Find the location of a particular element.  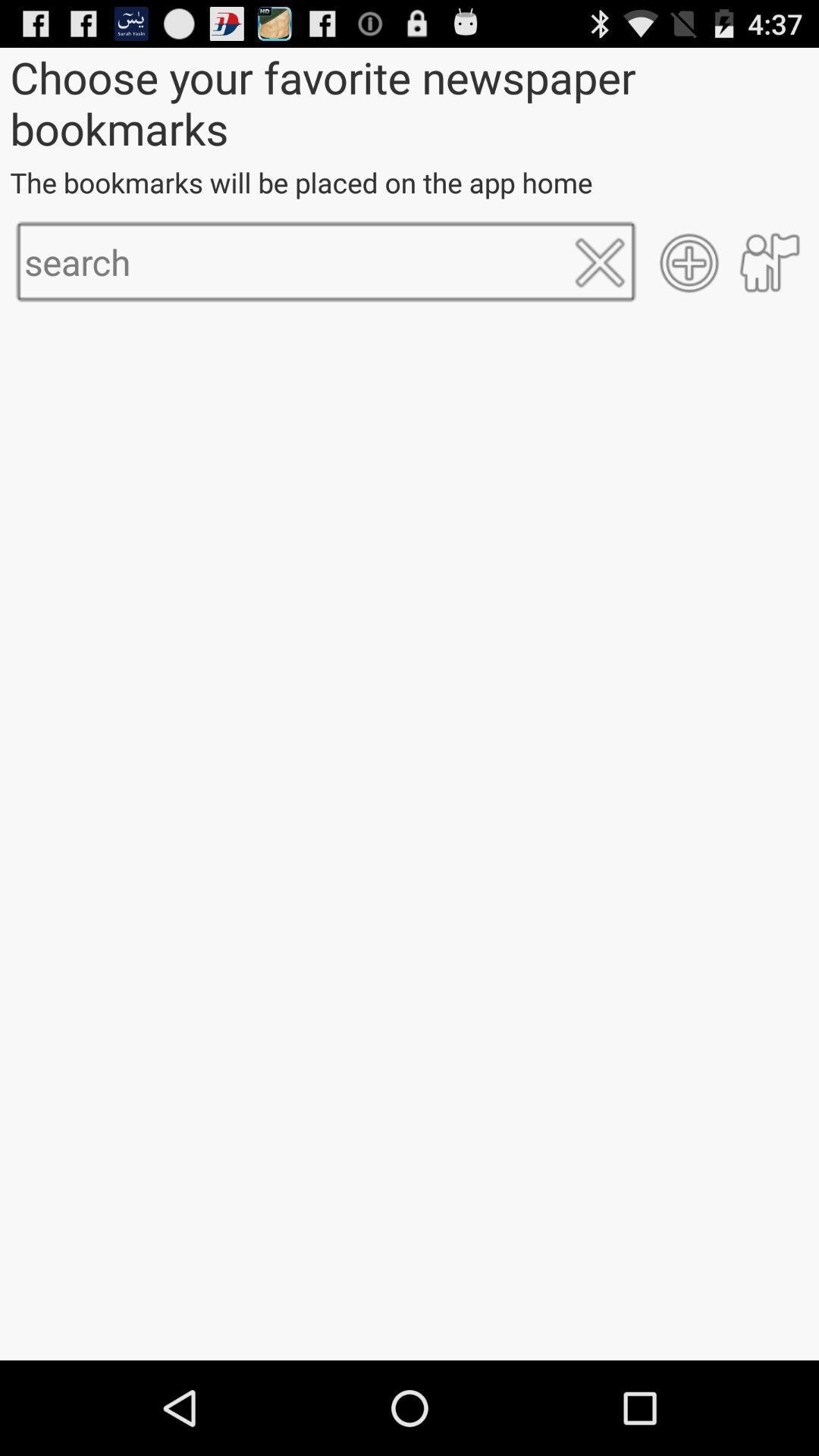

the app below the bookmarks will is located at coordinates (689, 262).